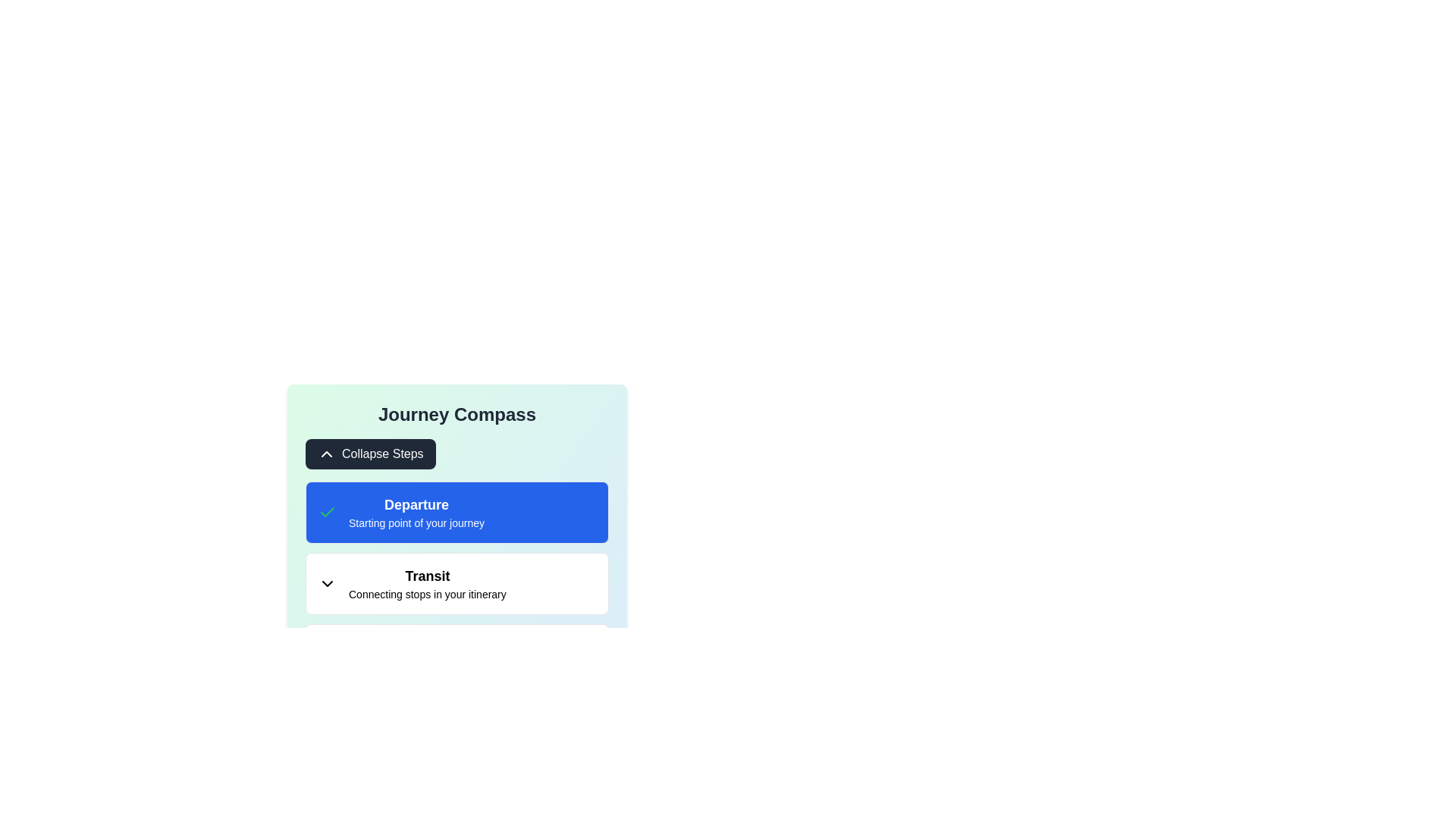  I want to click on the 'Transit' informational card, so click(457, 583).